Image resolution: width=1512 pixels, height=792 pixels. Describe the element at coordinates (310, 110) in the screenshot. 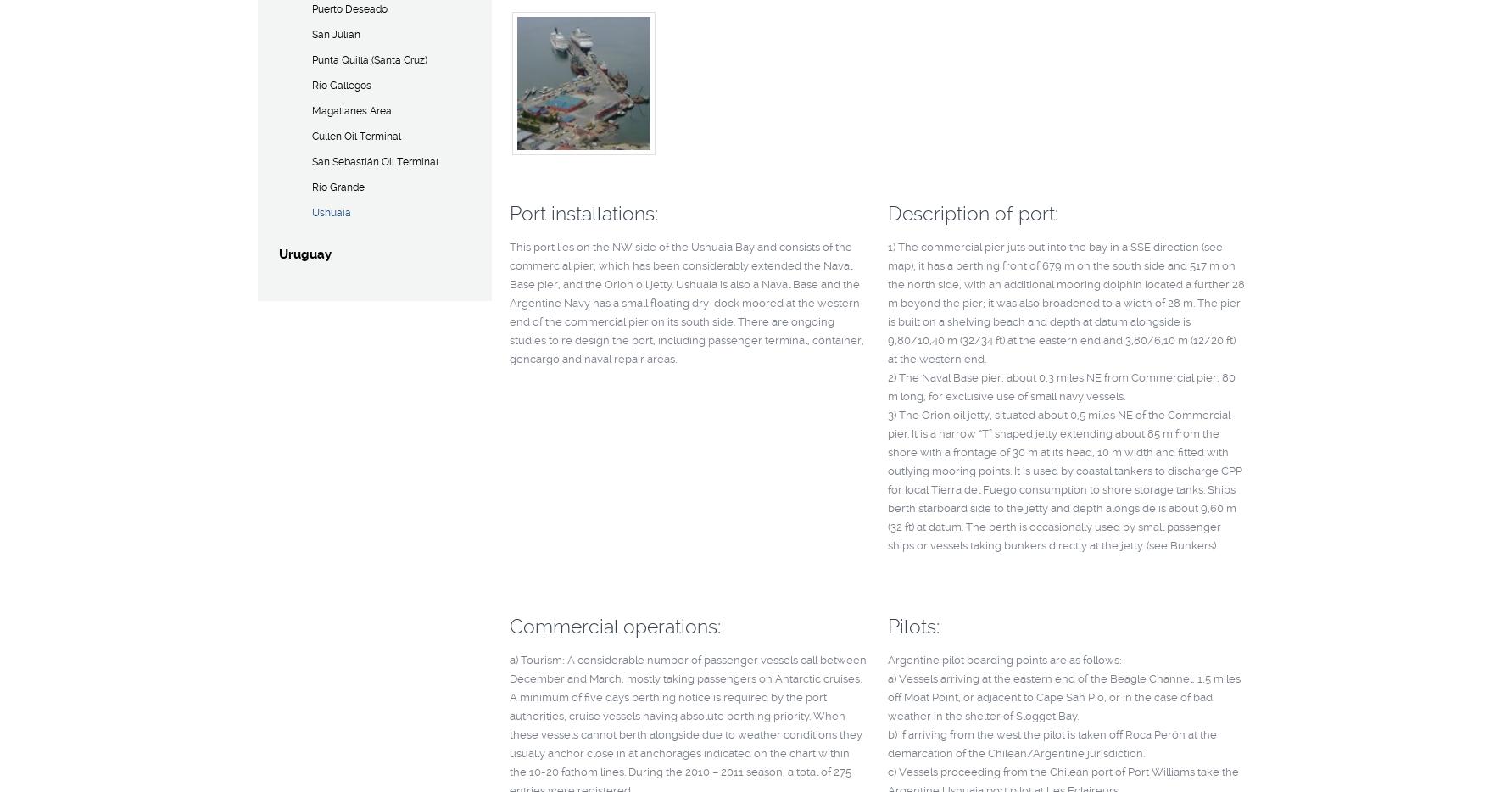

I see `'Magallanes Area'` at that location.